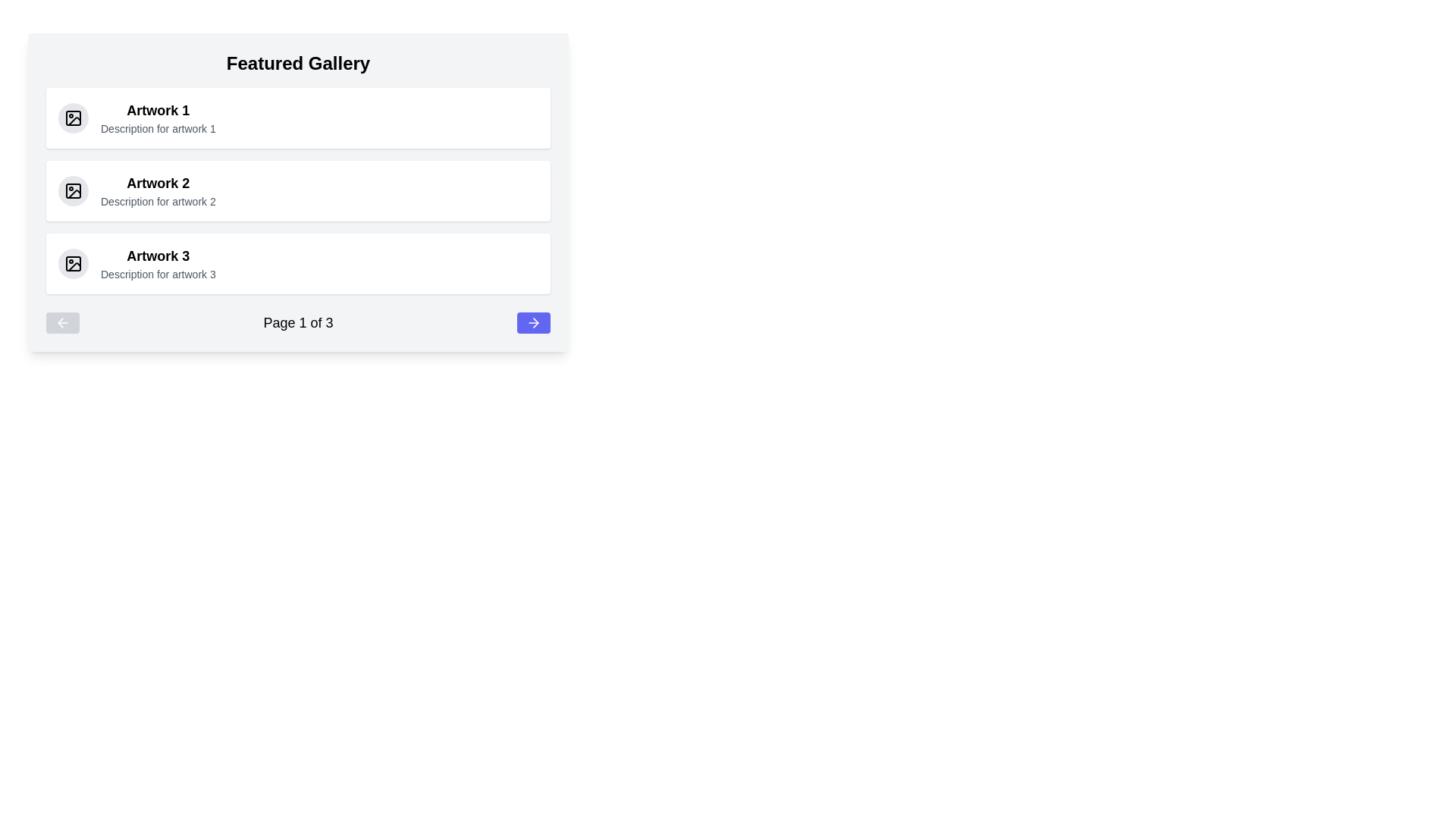  Describe the element at coordinates (298, 117) in the screenshot. I see `the topmost list item in the gallery that displays an artwork's name and description, located beneath the 'Featured Gallery' title` at that location.